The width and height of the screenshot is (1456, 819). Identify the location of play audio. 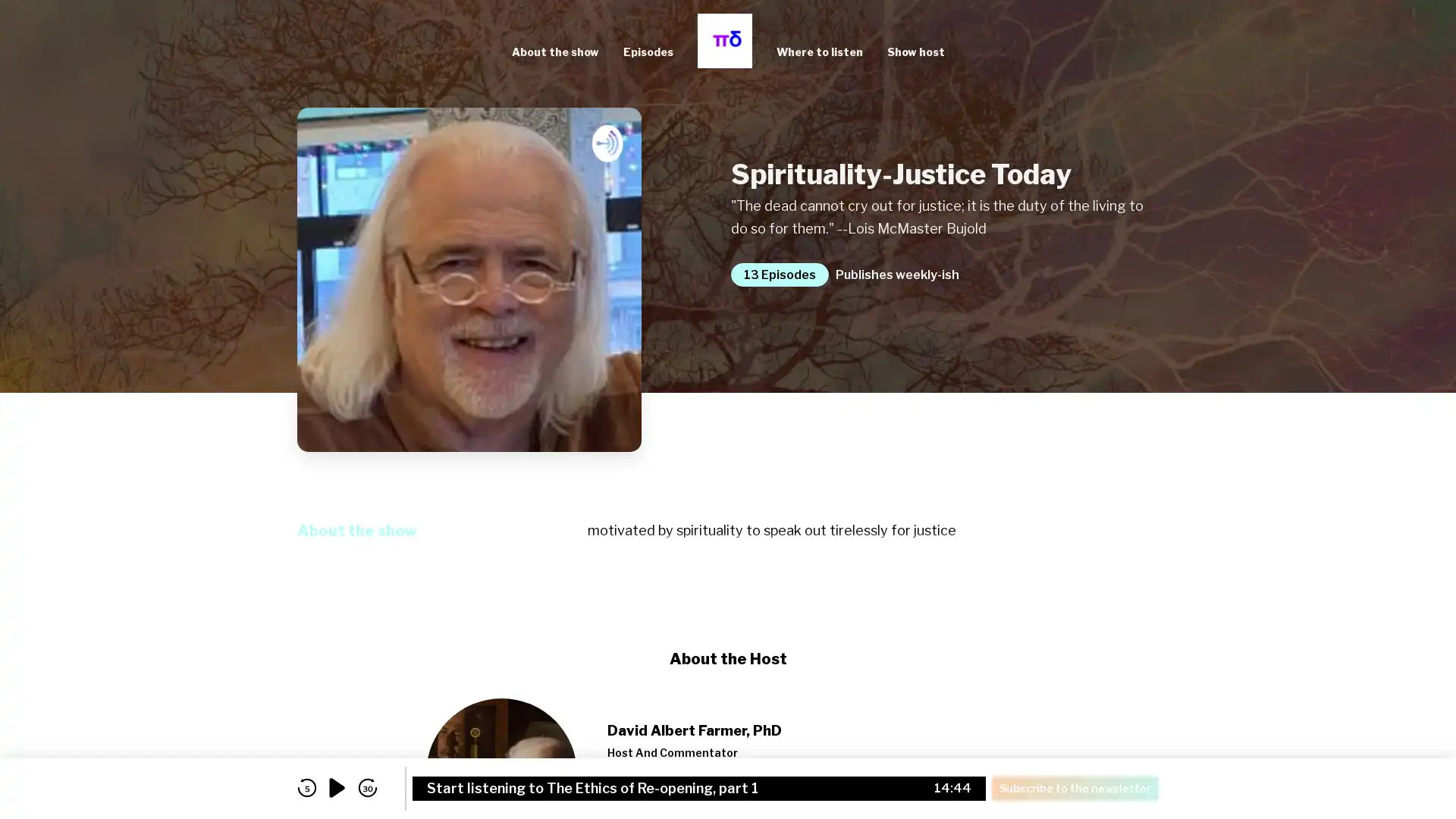
(337, 787).